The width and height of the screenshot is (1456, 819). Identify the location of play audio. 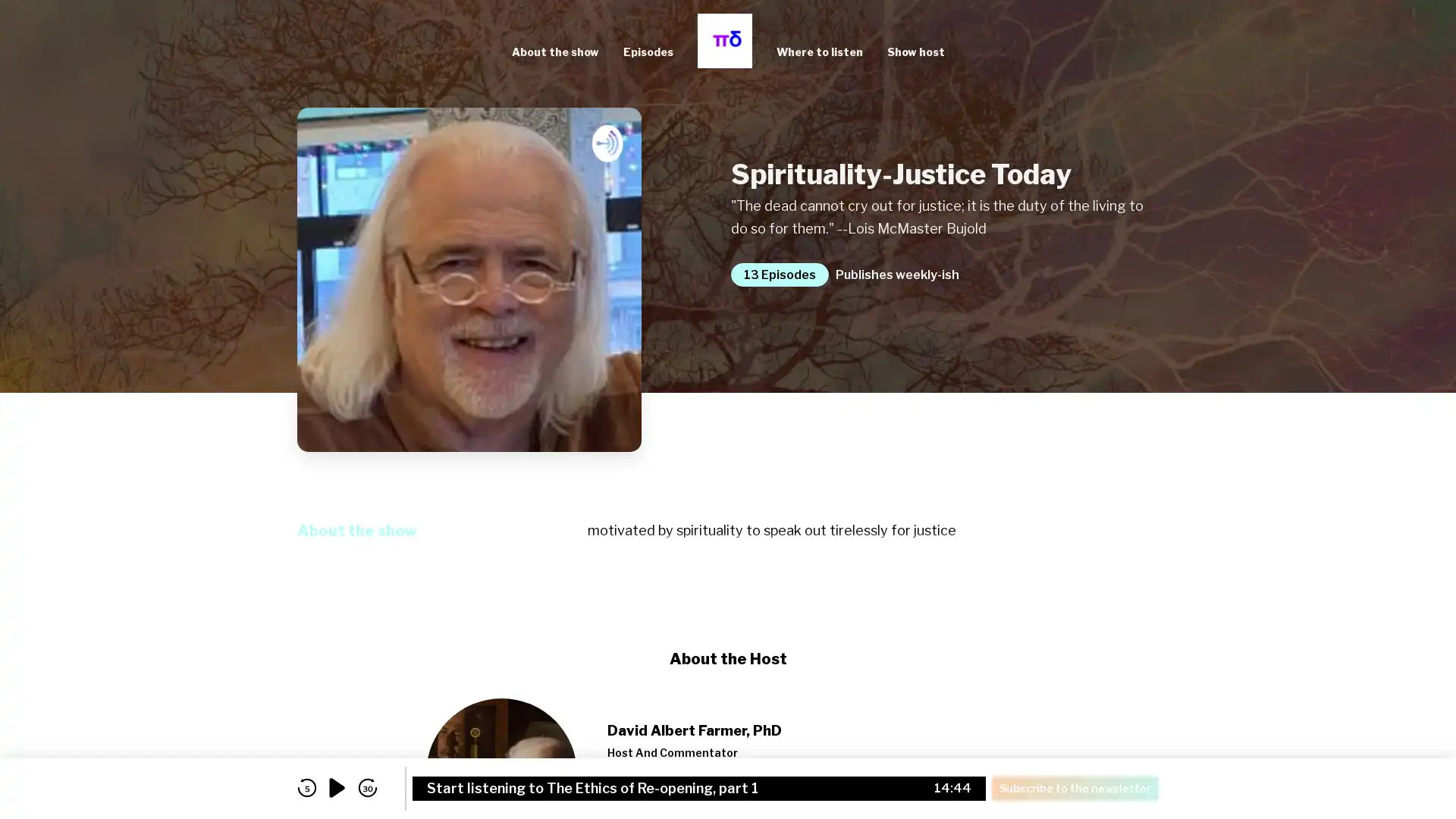
(337, 787).